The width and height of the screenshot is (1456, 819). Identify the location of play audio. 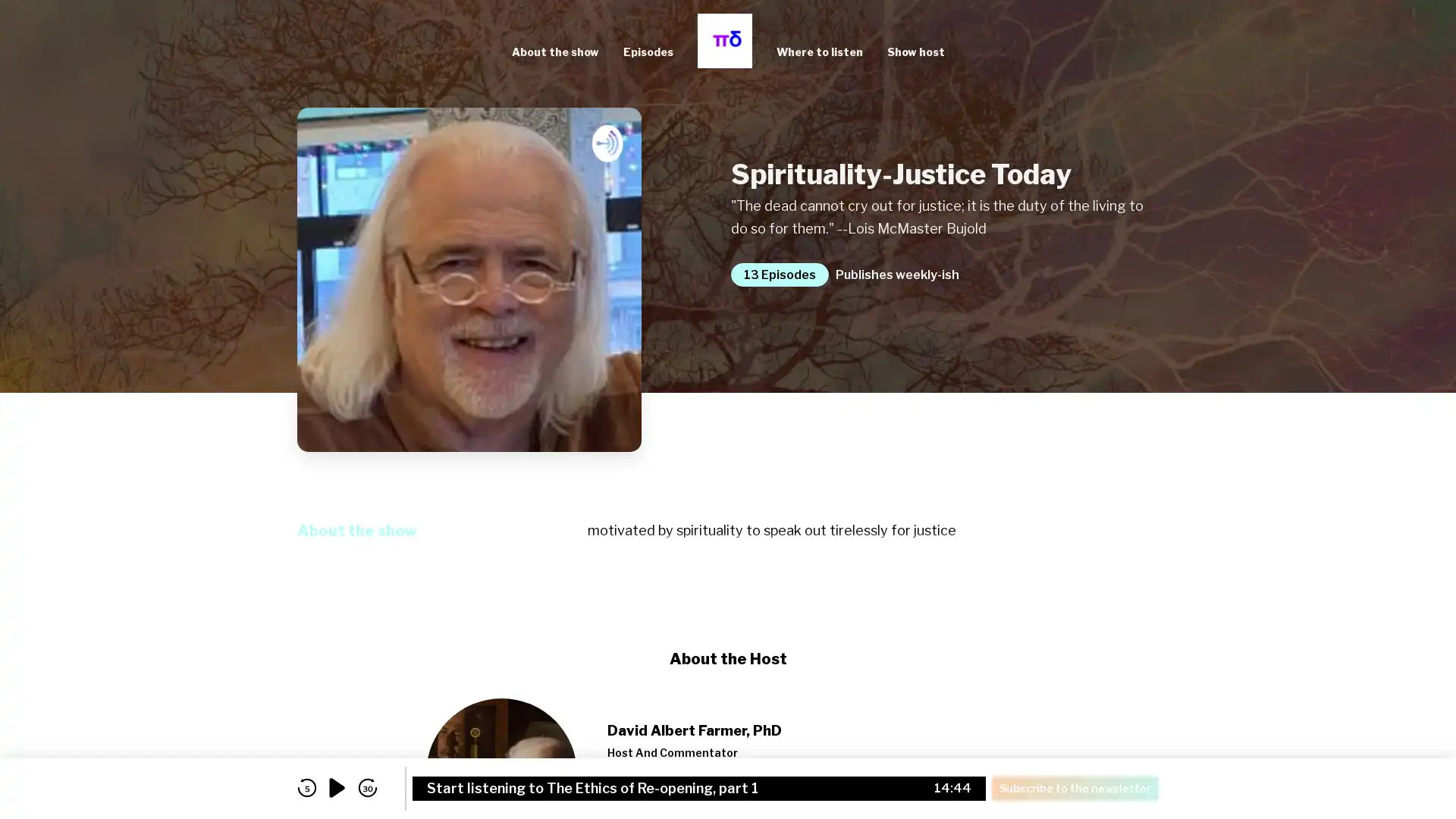
(337, 787).